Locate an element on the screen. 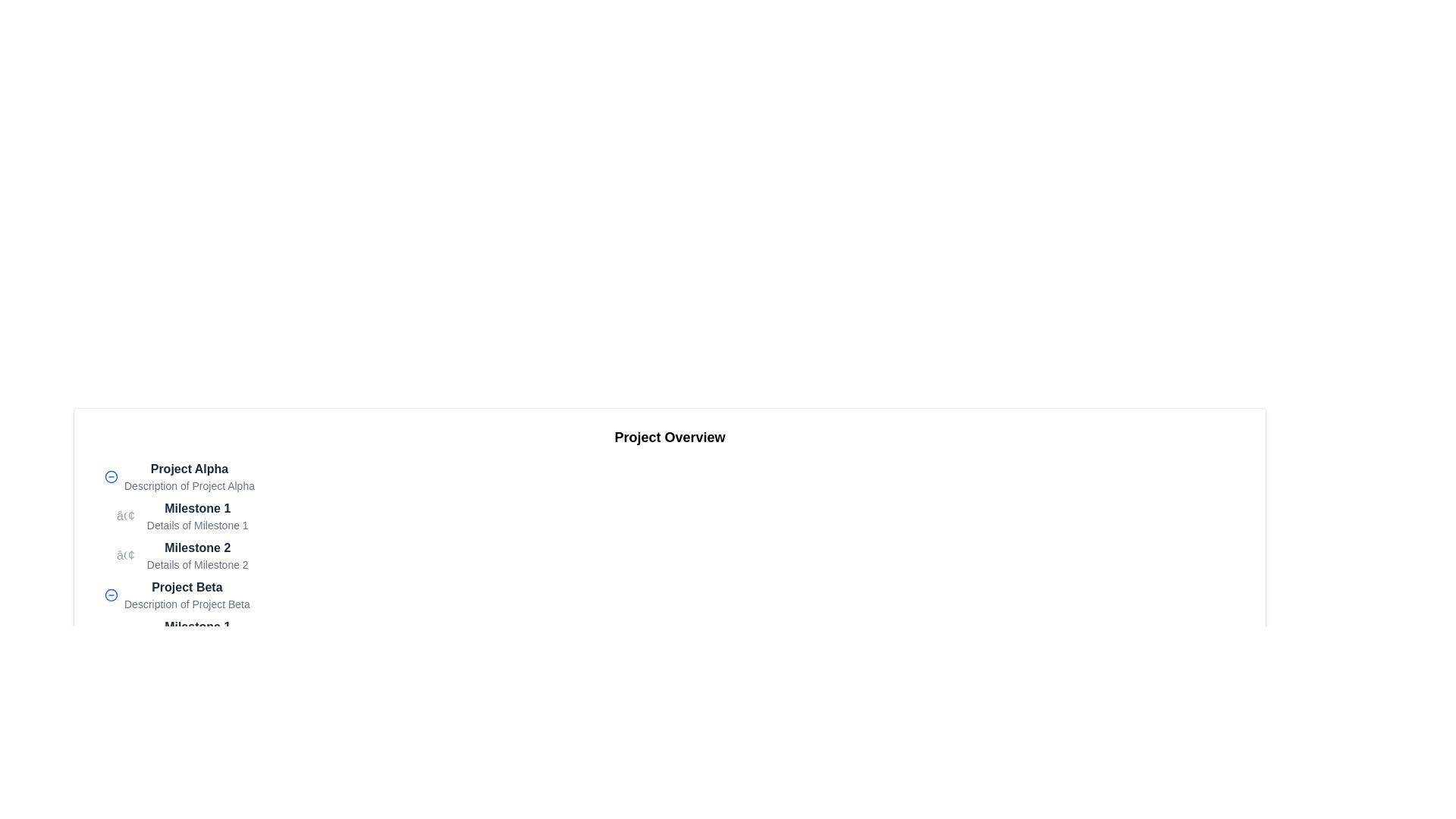 This screenshot has height=819, width=1456. text label that serves as a description for the heading 'Project Alpha', located in the upper section of a hierarchical list view is located at coordinates (188, 485).